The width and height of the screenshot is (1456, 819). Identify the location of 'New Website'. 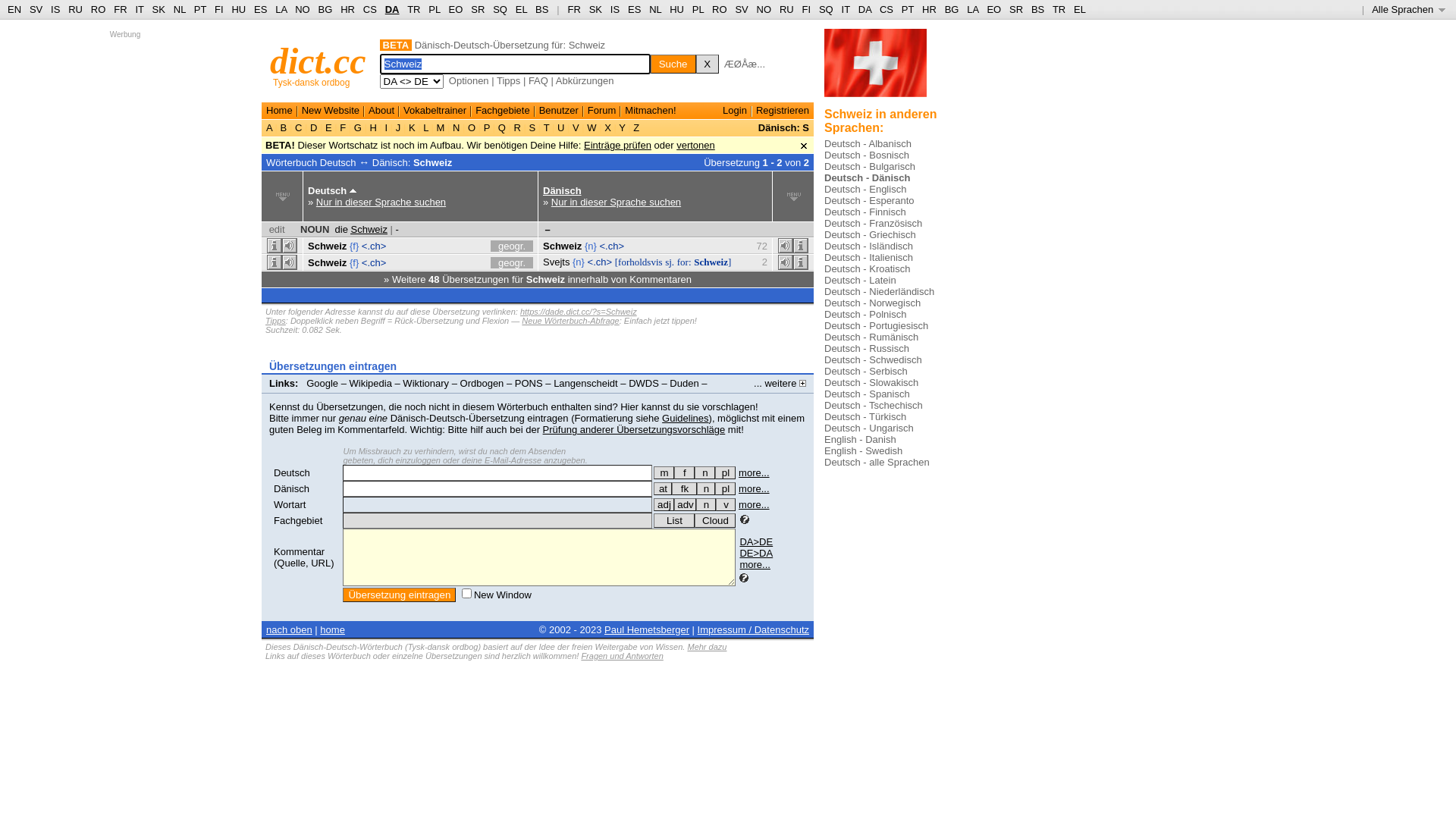
(330, 109).